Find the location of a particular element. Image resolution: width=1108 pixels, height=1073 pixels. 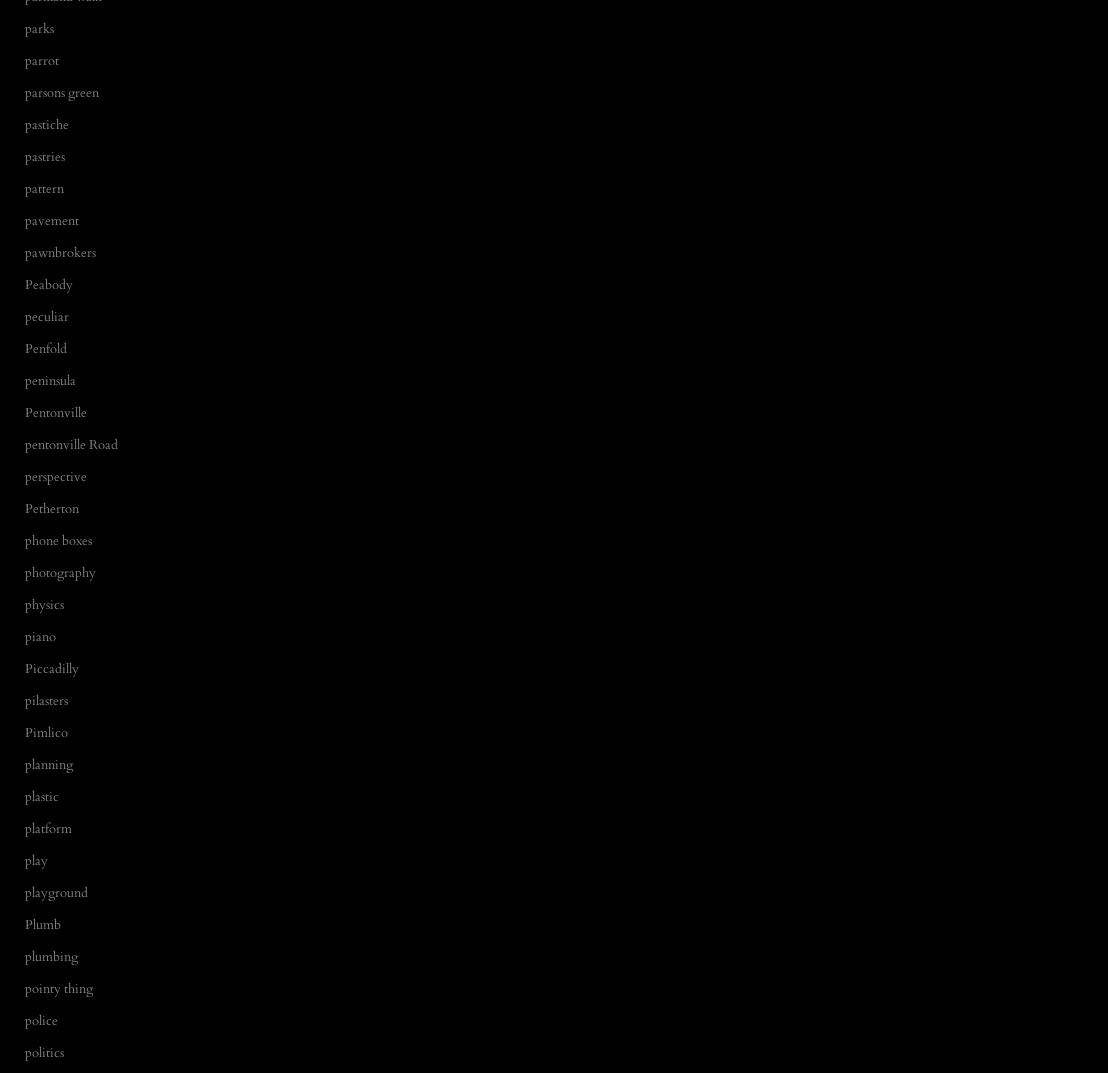

'police' is located at coordinates (41, 1019).